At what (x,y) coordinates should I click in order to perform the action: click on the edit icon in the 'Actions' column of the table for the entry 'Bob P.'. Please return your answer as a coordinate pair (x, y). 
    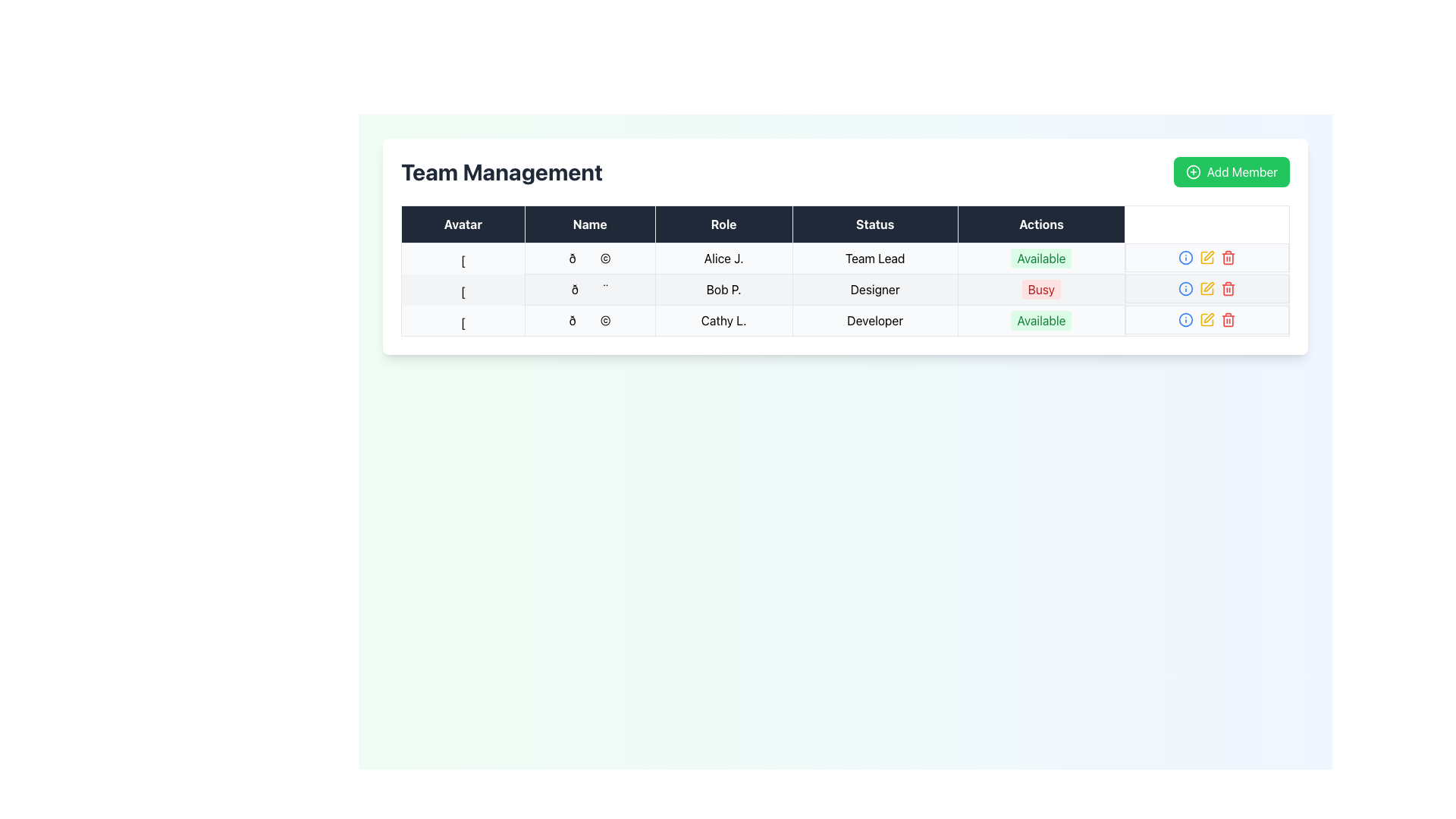
    Looking at the image, I should click on (1207, 288).